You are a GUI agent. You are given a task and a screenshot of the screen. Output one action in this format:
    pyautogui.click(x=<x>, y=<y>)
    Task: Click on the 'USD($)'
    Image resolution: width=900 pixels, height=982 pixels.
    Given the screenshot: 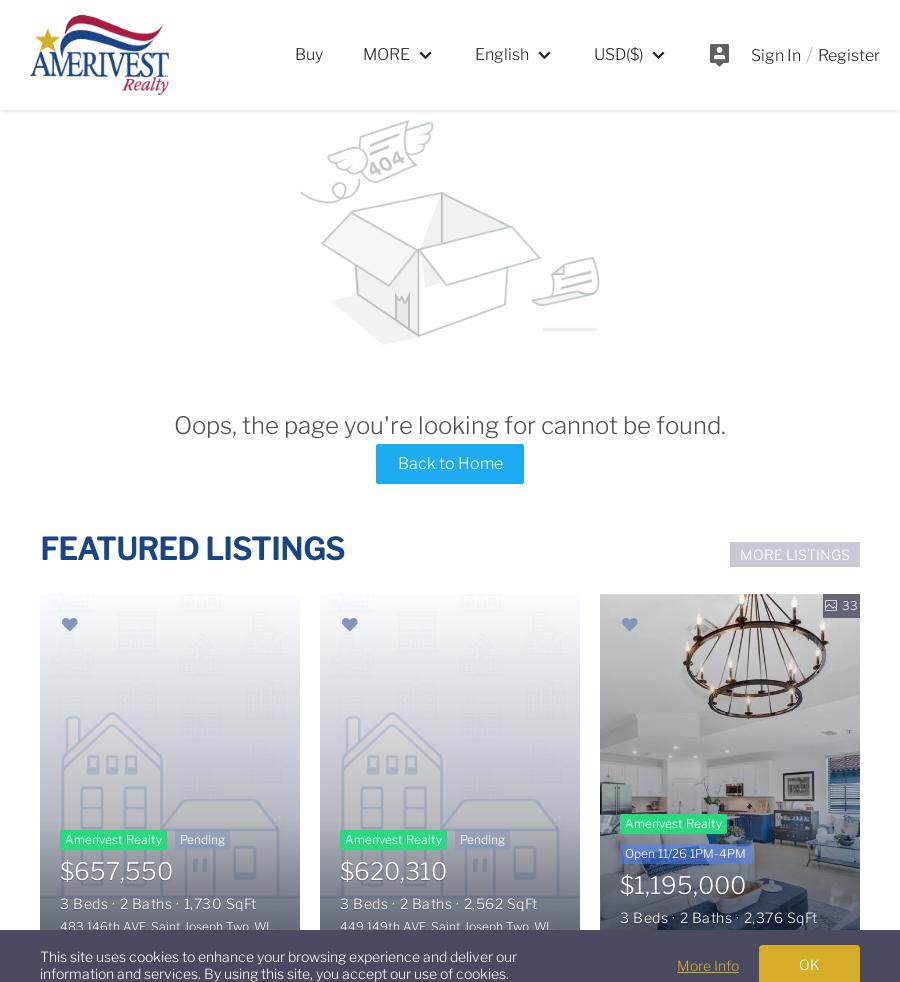 What is the action you would take?
    pyautogui.click(x=618, y=53)
    